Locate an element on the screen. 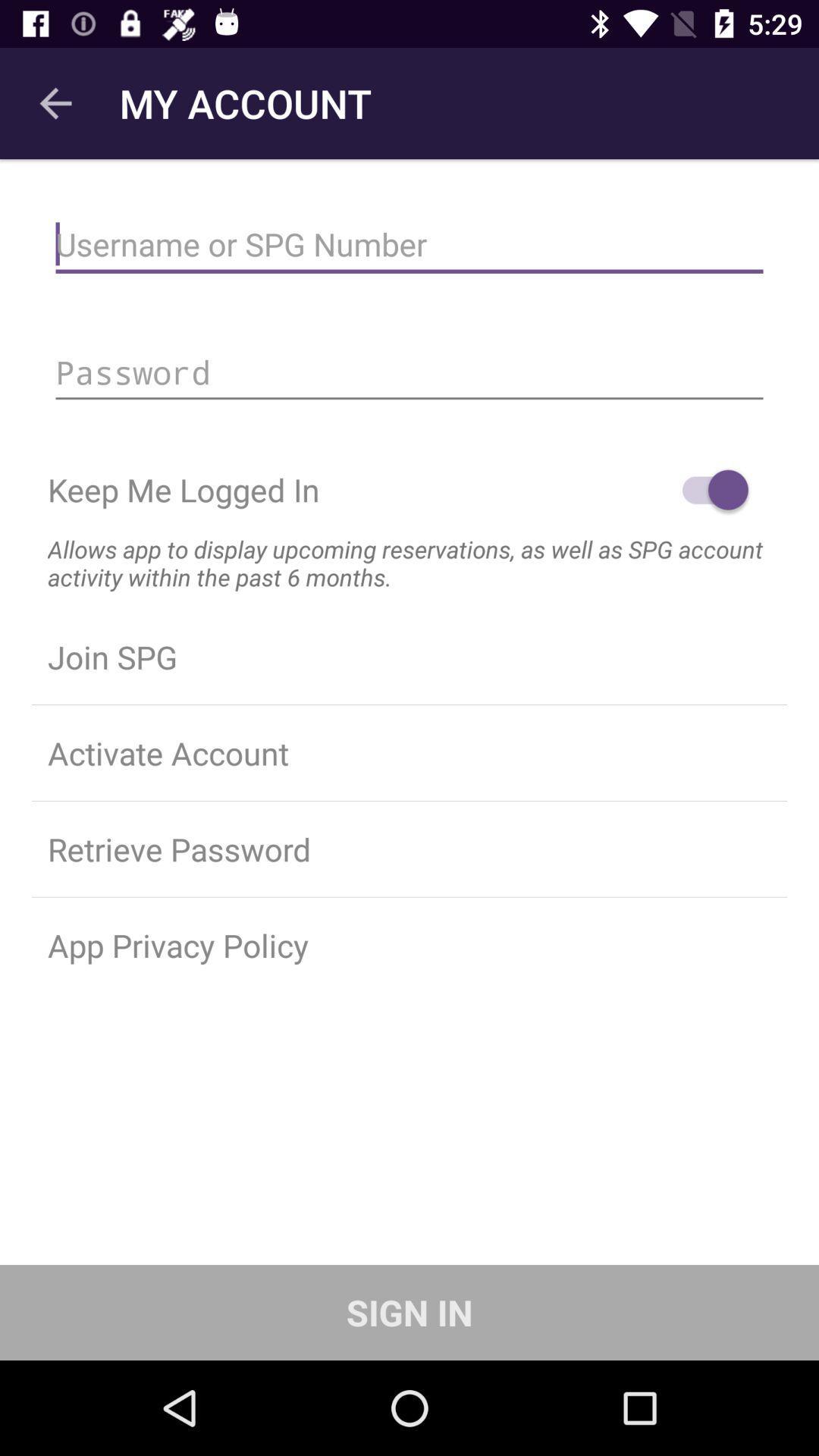  the item next to my account item is located at coordinates (55, 102).